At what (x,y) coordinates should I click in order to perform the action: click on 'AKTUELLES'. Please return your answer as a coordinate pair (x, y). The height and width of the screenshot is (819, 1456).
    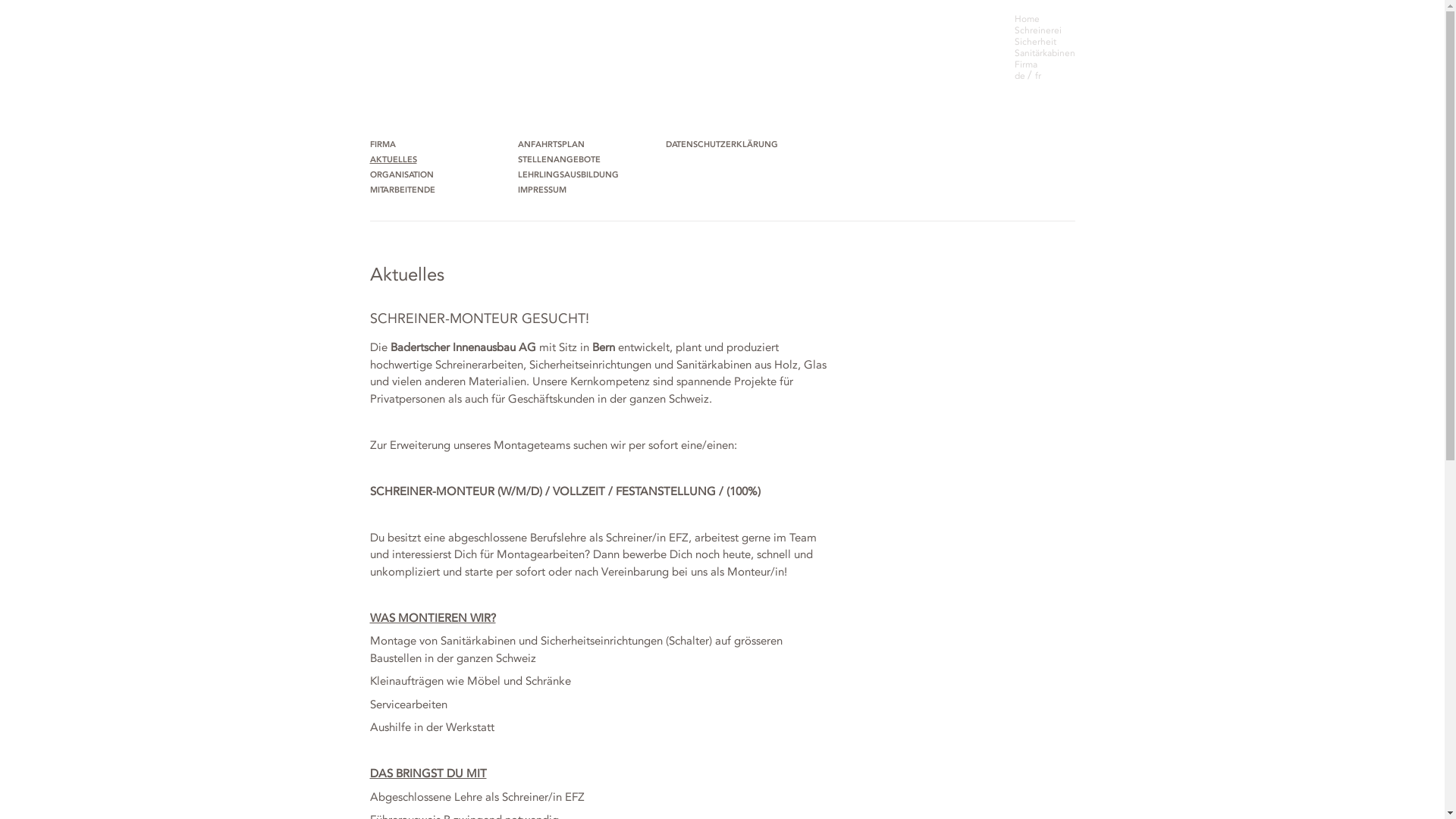
    Looking at the image, I should click on (394, 160).